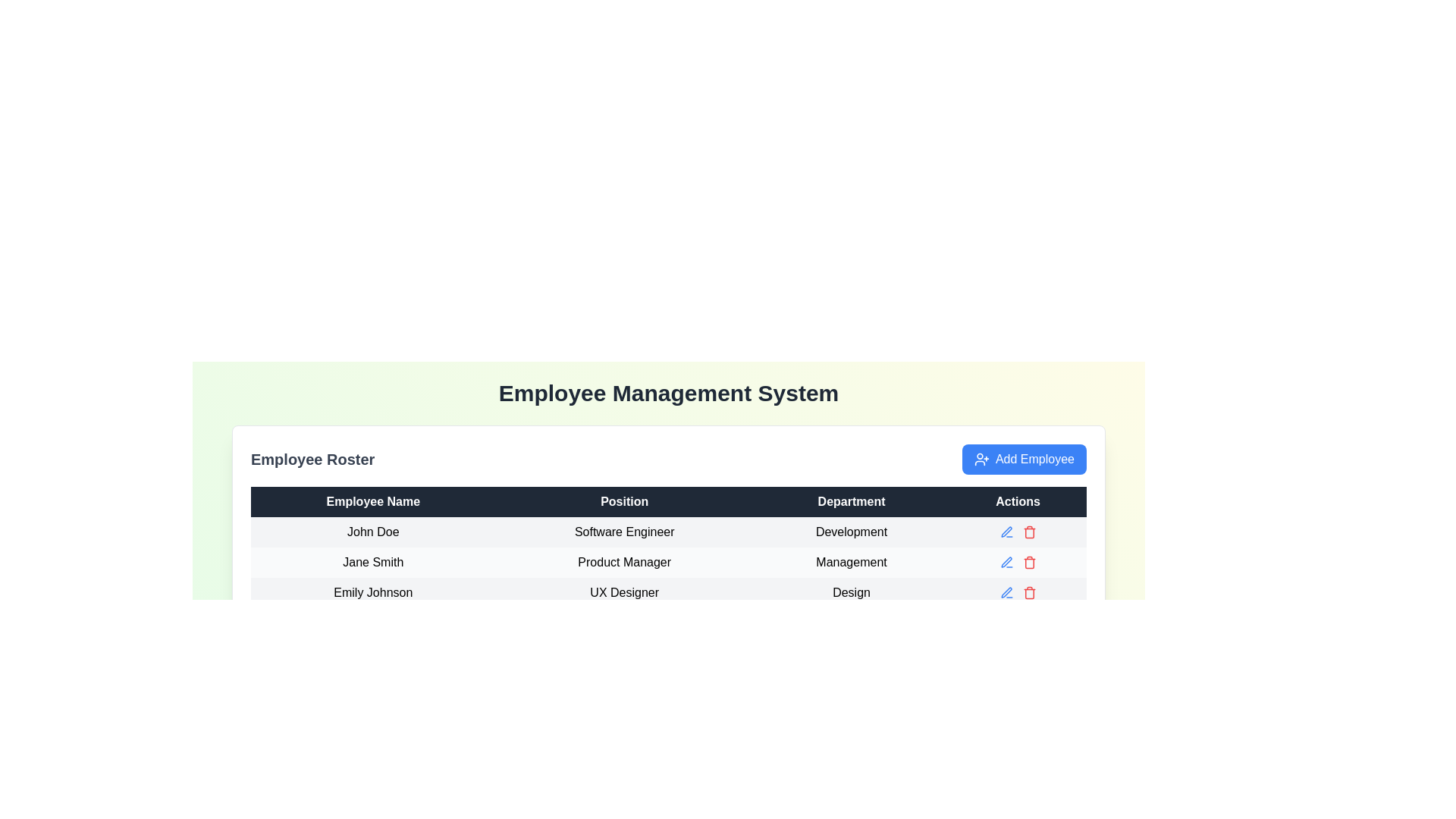 Image resolution: width=1456 pixels, height=819 pixels. What do you see at coordinates (1018, 532) in the screenshot?
I see `the delete icon in the action group for the 'John Doe' entry located in the first row of the table under the 'Actions' header` at bounding box center [1018, 532].